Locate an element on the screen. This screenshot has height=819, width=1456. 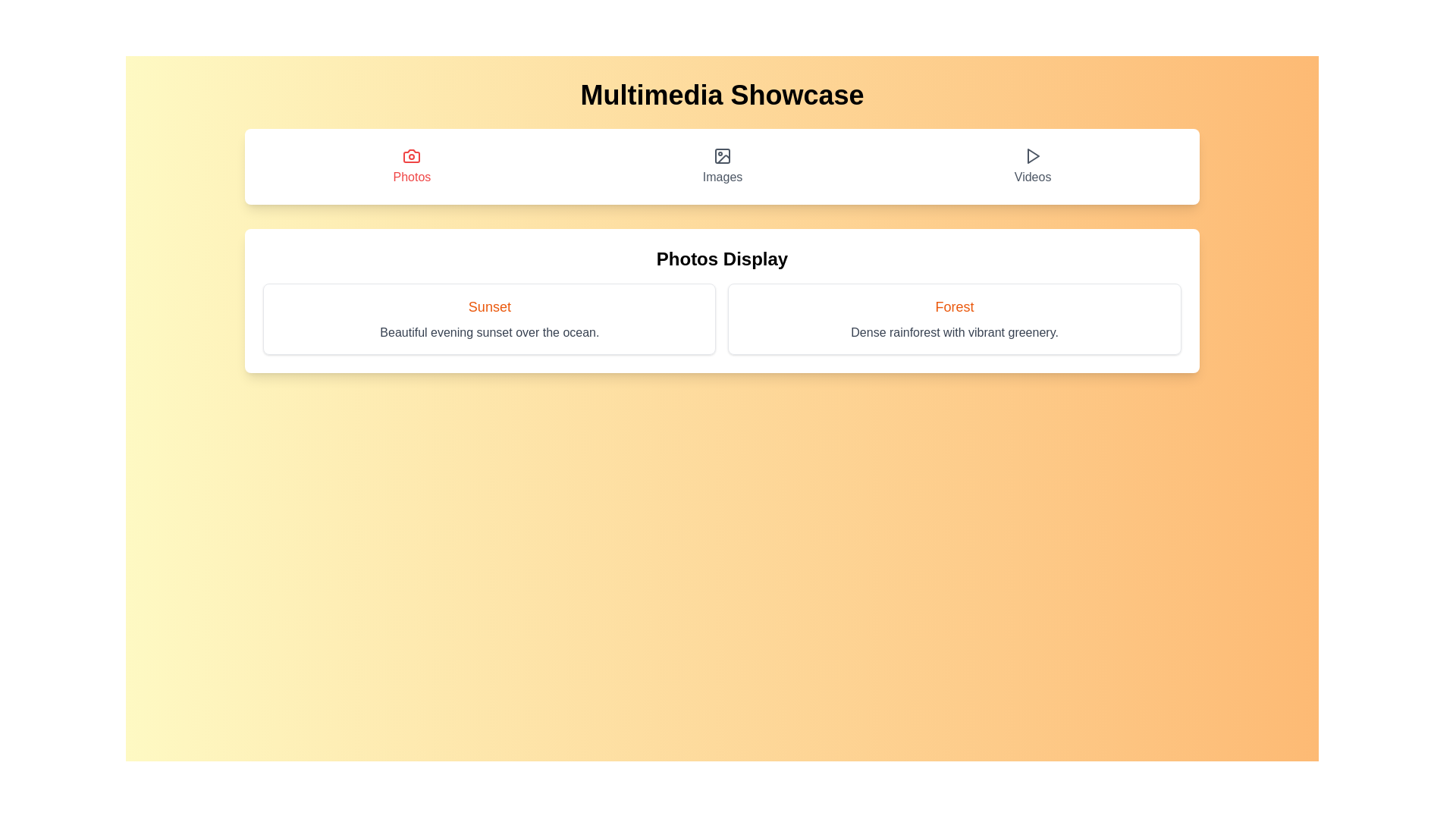
text label displaying 'Forest' in a prominent orange font located at the top of the bordered card in the 'Photos Display' section is located at coordinates (954, 307).